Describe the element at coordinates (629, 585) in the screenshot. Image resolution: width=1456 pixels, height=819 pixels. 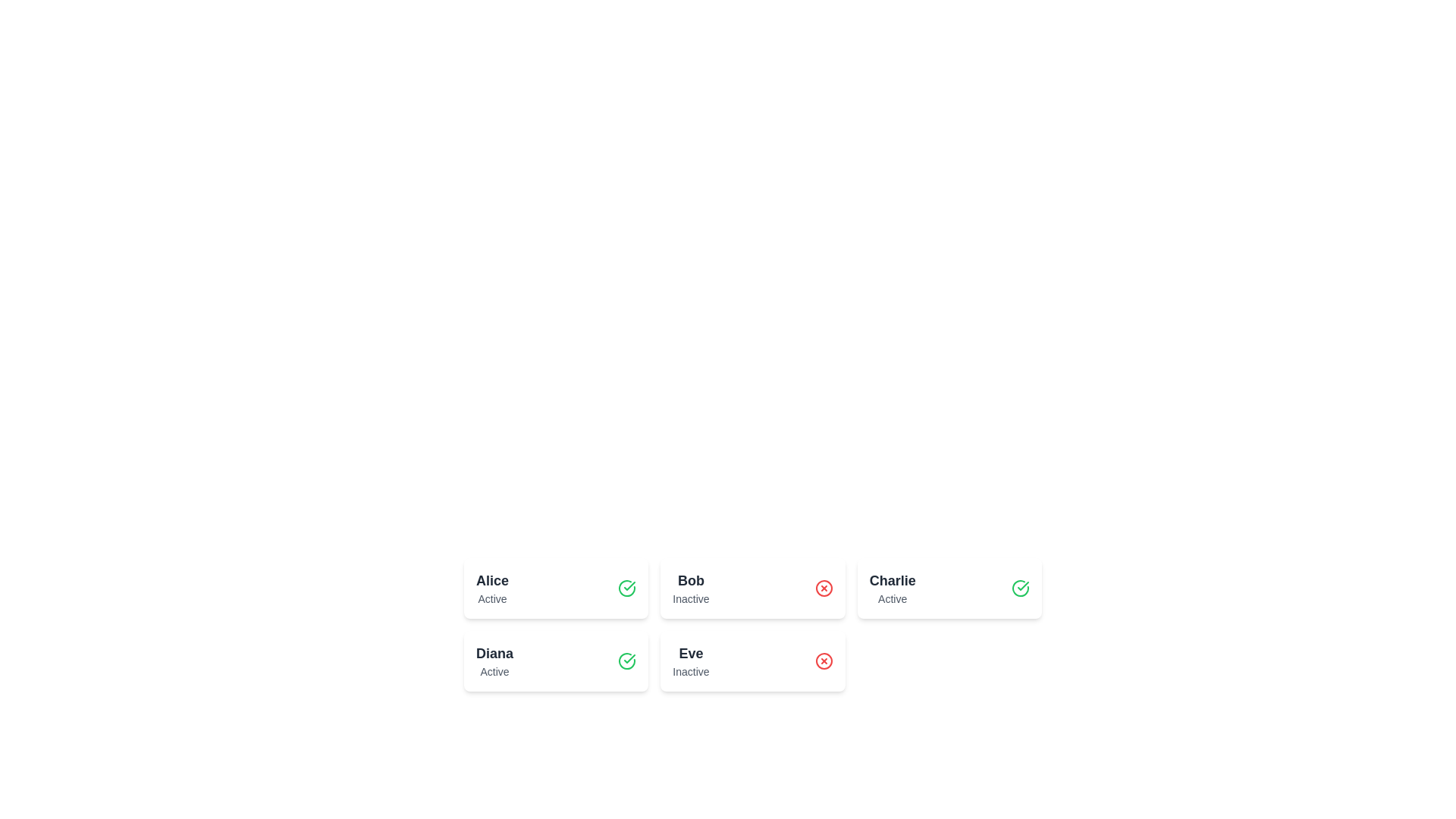
I see `the green checkmark icon located in the bottom-left card of the grid layout, adjacent to the text 'Diana' and the status 'Active'` at that location.